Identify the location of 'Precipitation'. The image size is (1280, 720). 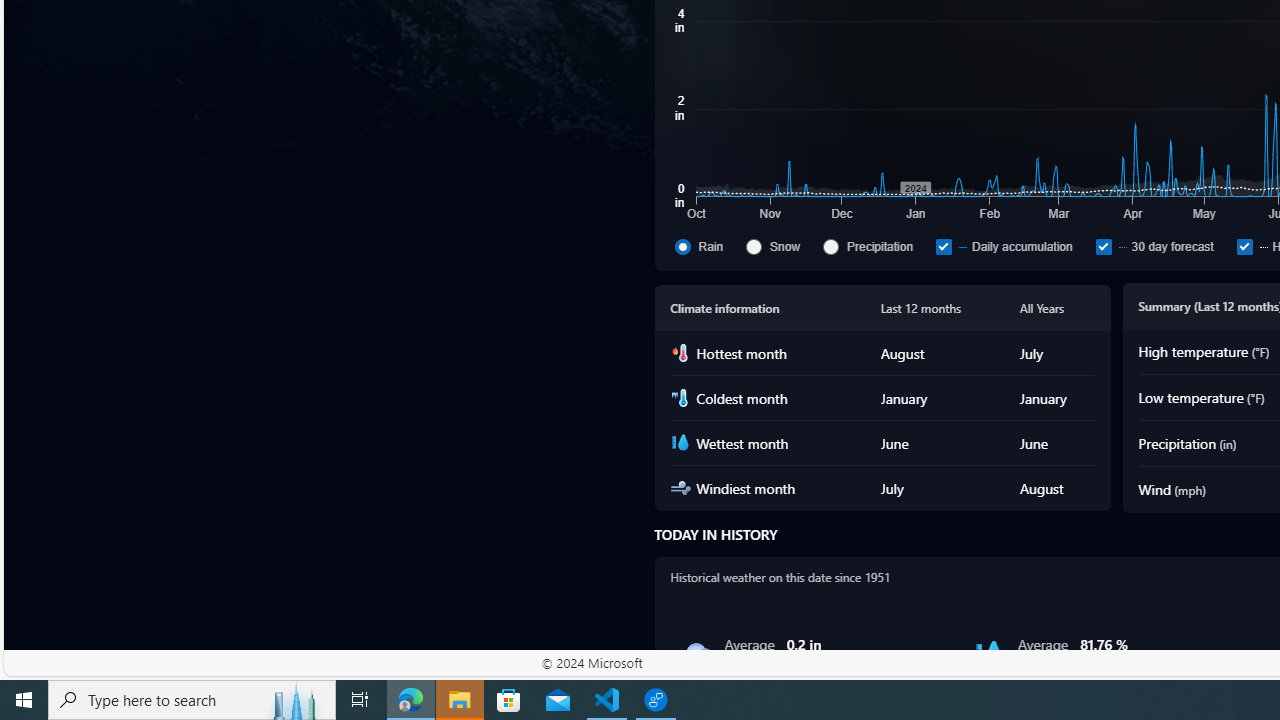
(831, 245).